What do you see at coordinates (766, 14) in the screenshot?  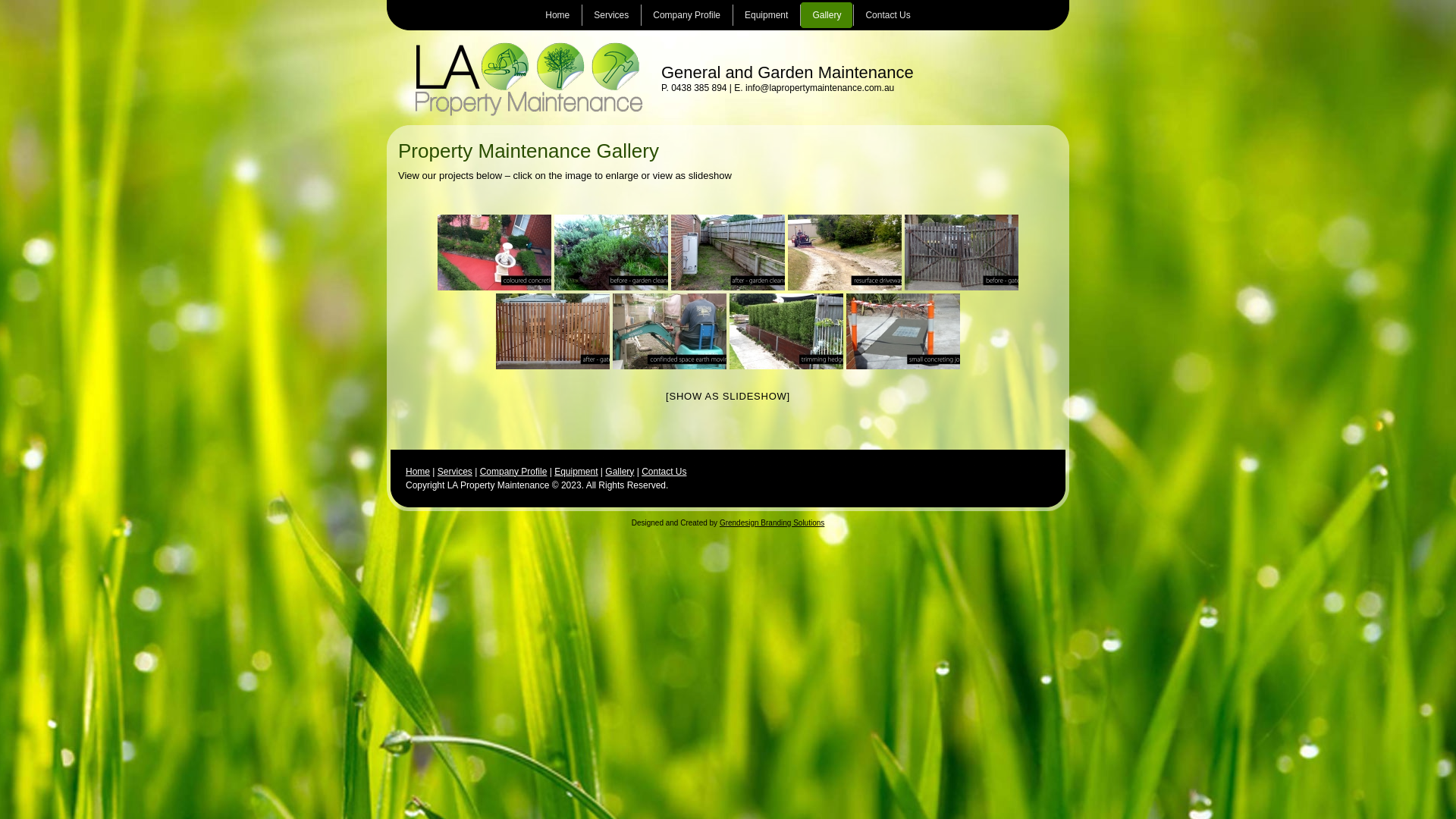 I see `'Equipment'` at bounding box center [766, 14].